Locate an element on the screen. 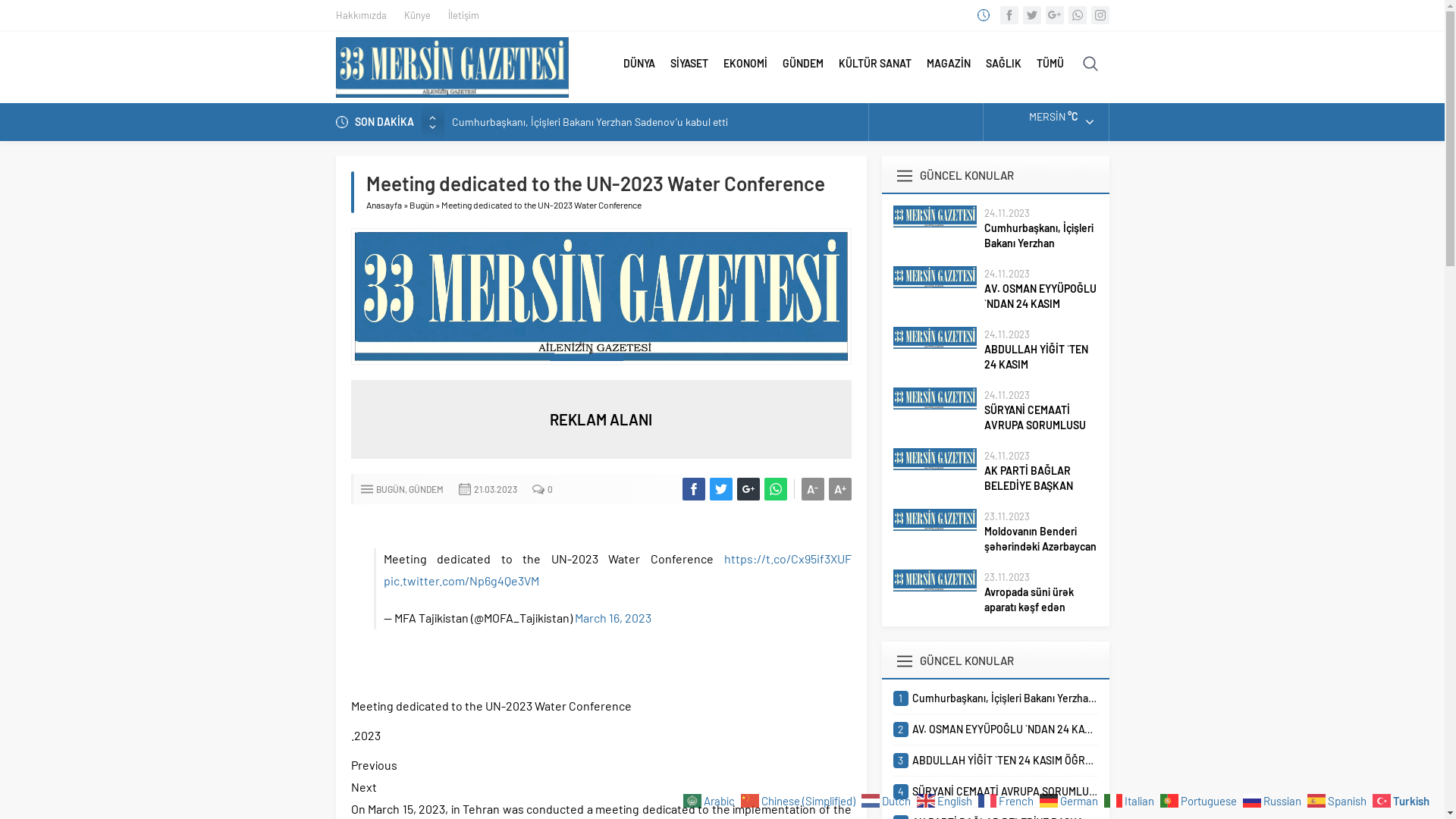 This screenshot has height=819, width=1456. 'Russian' is located at coordinates (1274, 799).